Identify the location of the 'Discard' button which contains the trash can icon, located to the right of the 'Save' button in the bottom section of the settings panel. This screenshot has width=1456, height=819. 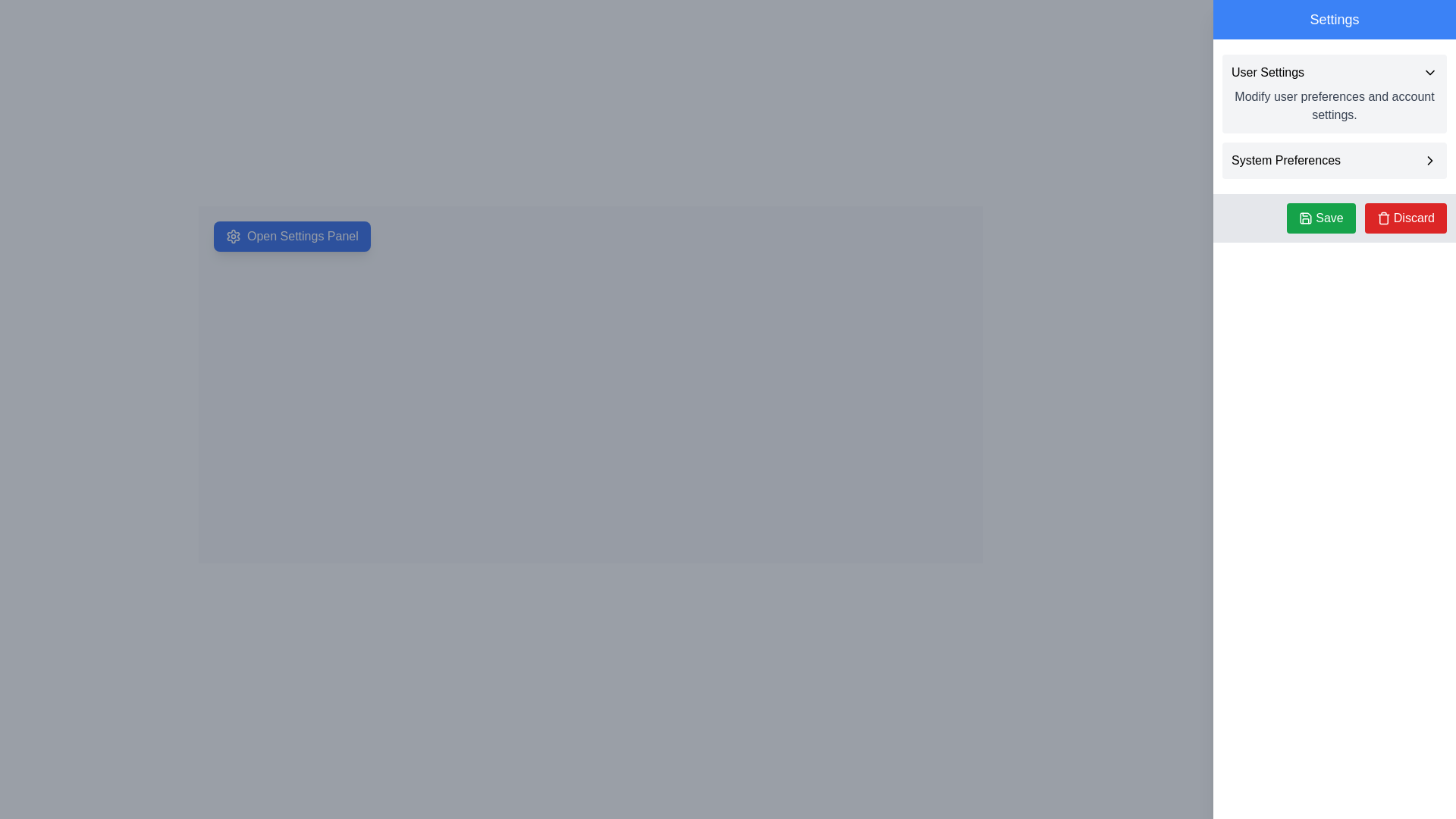
(1383, 218).